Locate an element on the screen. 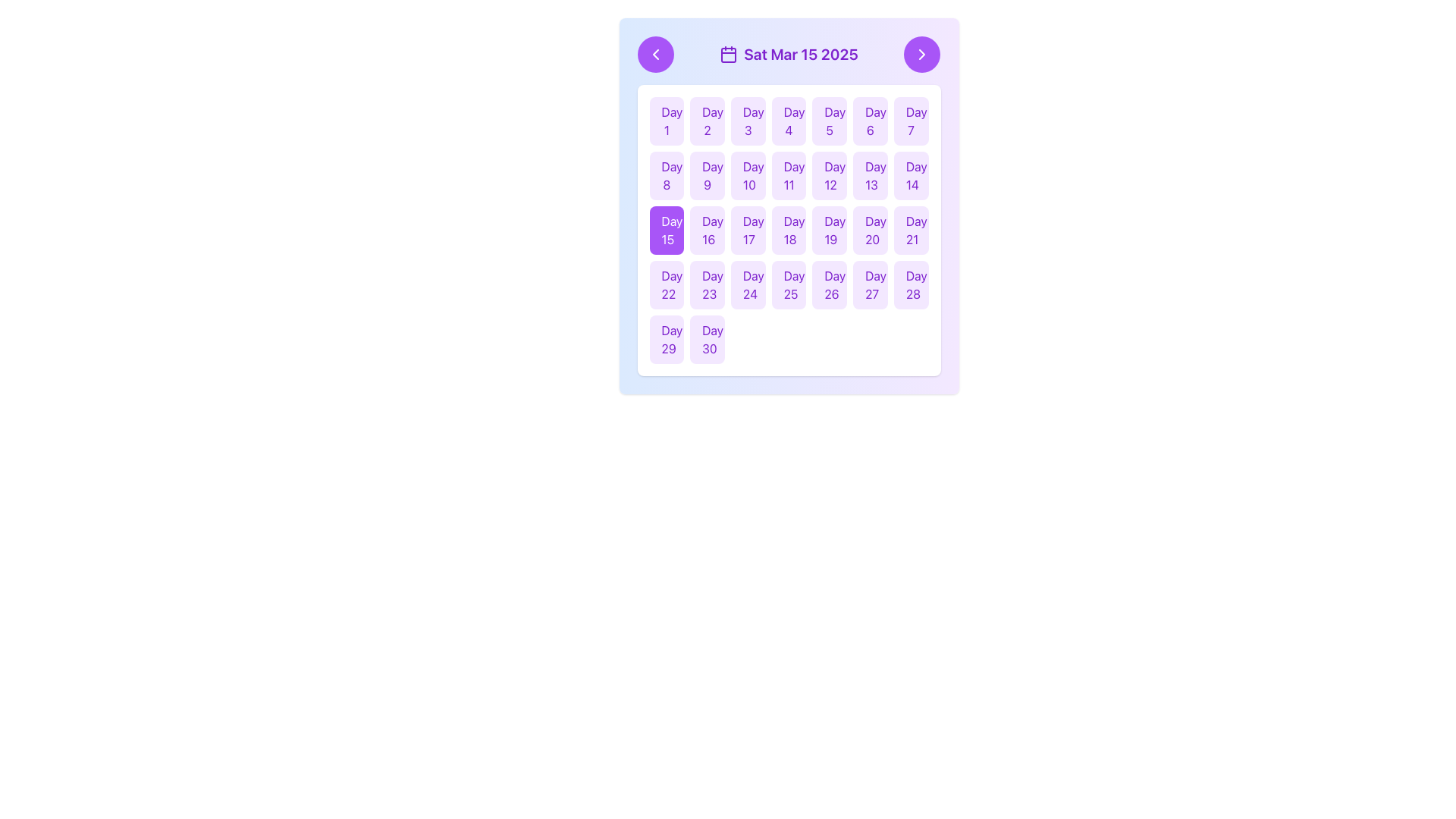 The width and height of the screenshot is (1456, 819). the button representing the ninth day within the calendar interface is located at coordinates (707, 174).